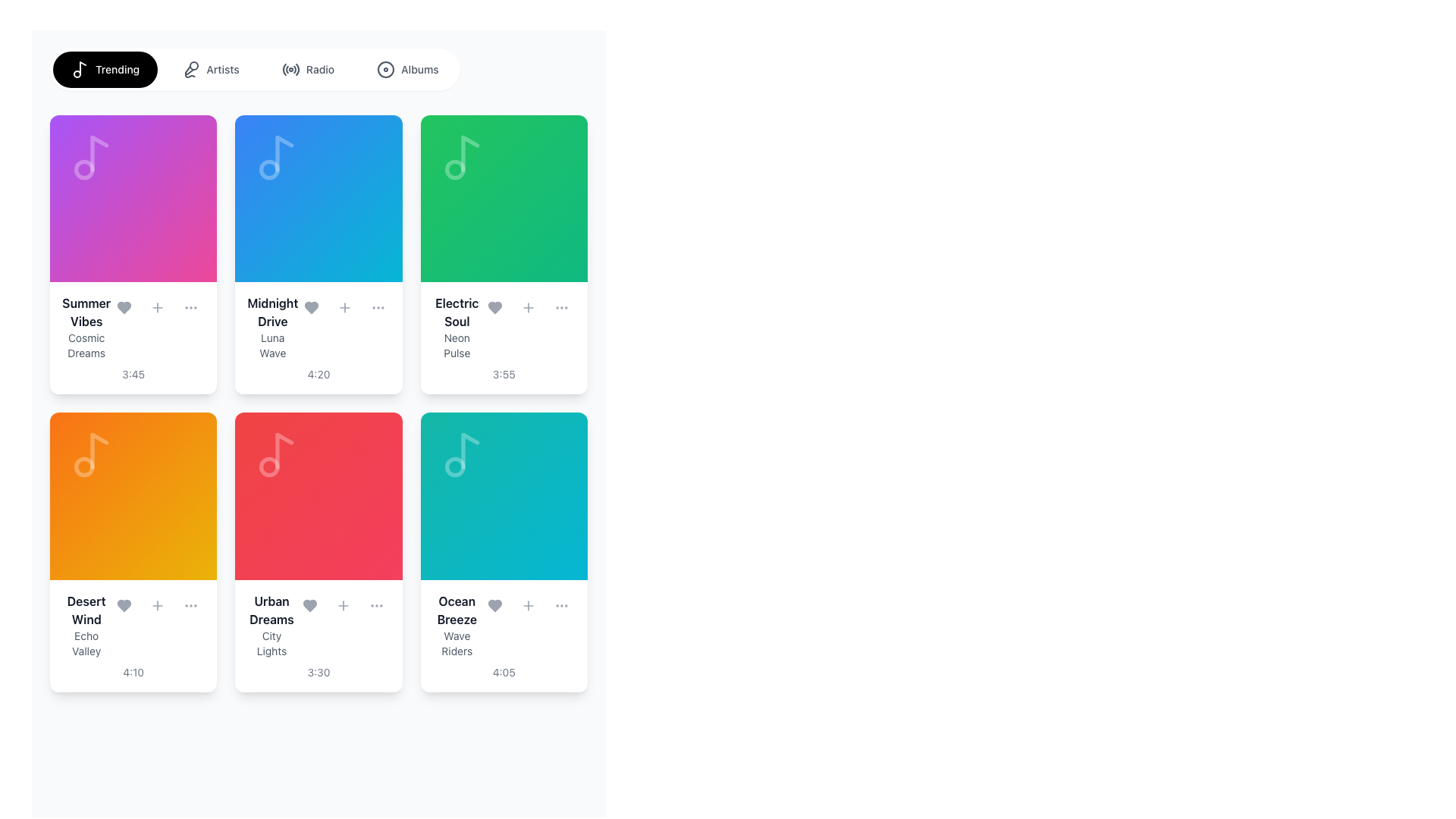 This screenshot has height=819, width=1456. Describe the element at coordinates (269, 169) in the screenshot. I see `the decorative circle element that represents the musical note in the 'Midnight Drive' card, which is the second card in the top row of the grid layout` at that location.